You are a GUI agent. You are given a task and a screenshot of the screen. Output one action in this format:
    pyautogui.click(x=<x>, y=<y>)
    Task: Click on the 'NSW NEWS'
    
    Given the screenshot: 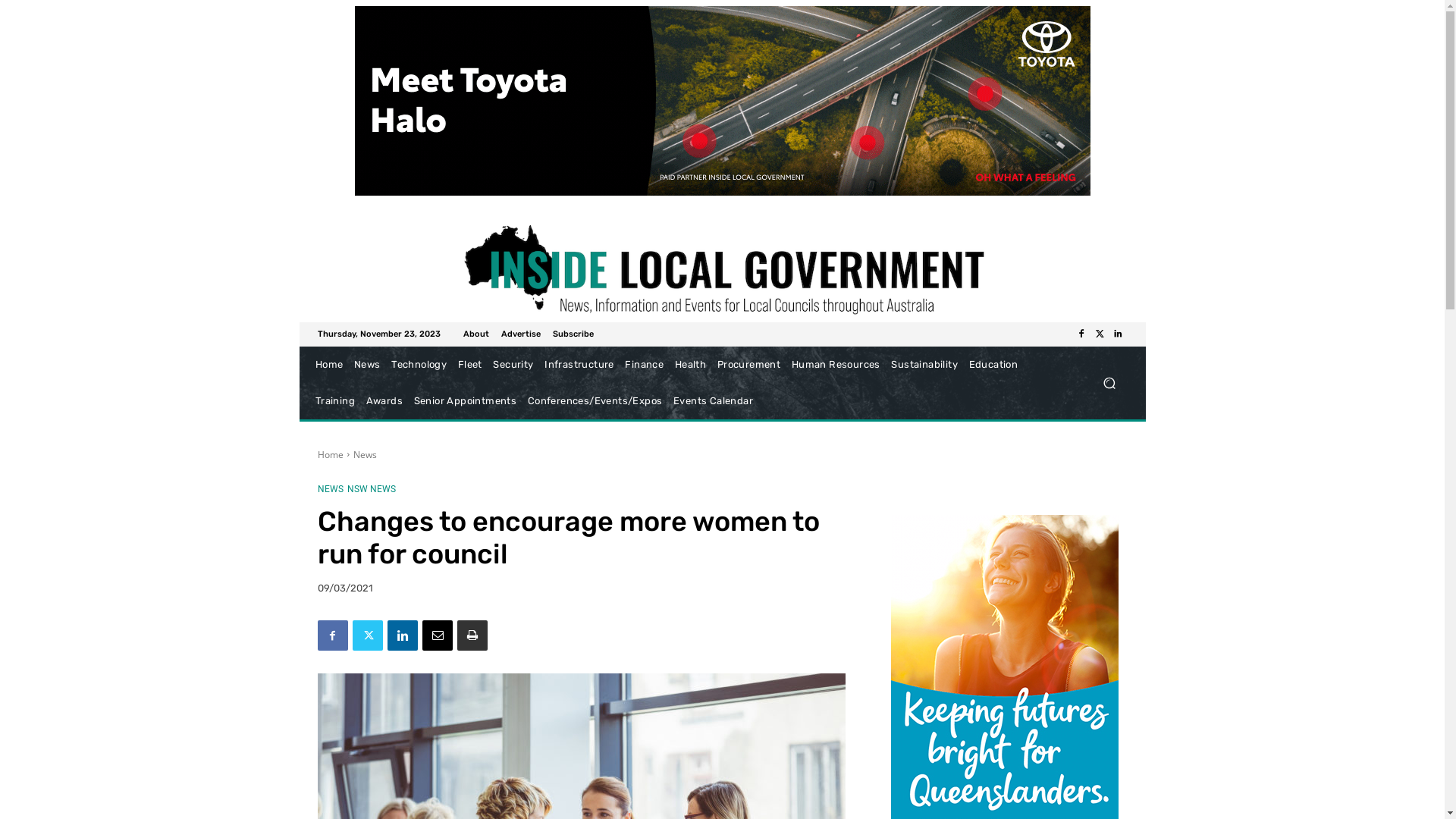 What is the action you would take?
    pyautogui.click(x=371, y=488)
    